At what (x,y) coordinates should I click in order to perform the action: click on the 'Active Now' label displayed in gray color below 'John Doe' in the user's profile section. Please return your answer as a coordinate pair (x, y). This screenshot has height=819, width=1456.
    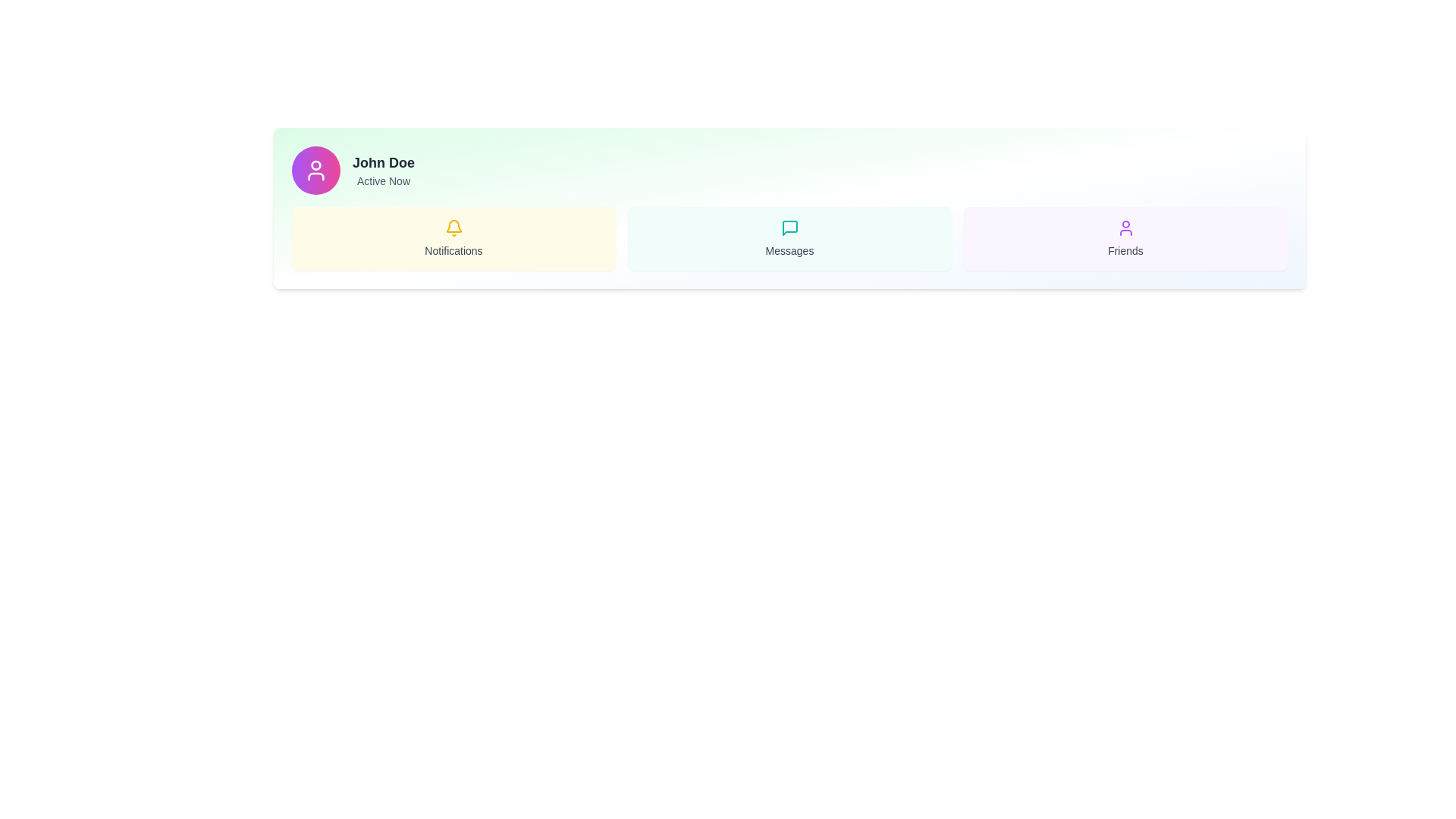
    Looking at the image, I should click on (383, 180).